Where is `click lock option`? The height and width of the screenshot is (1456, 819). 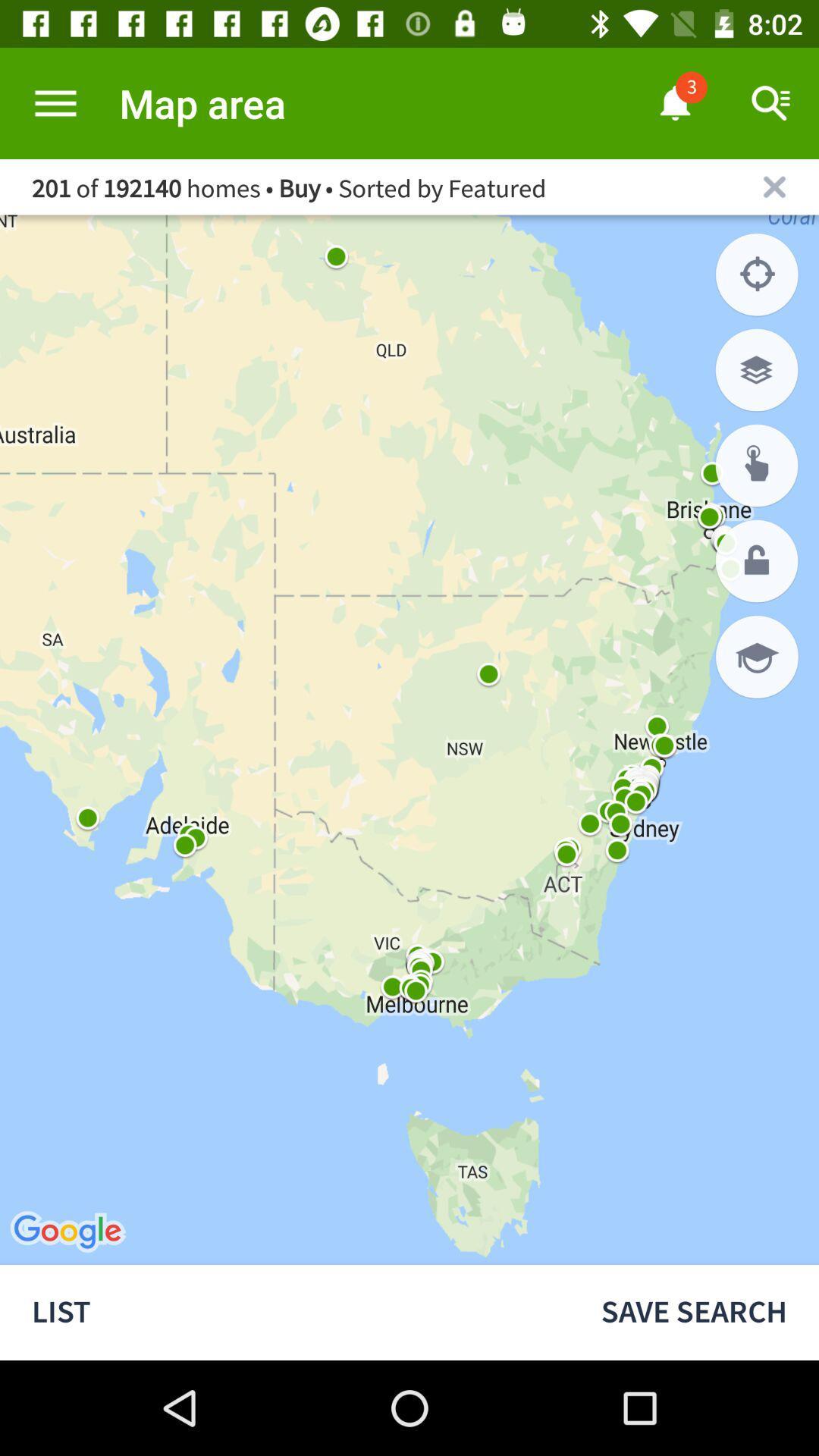 click lock option is located at coordinates (757, 560).